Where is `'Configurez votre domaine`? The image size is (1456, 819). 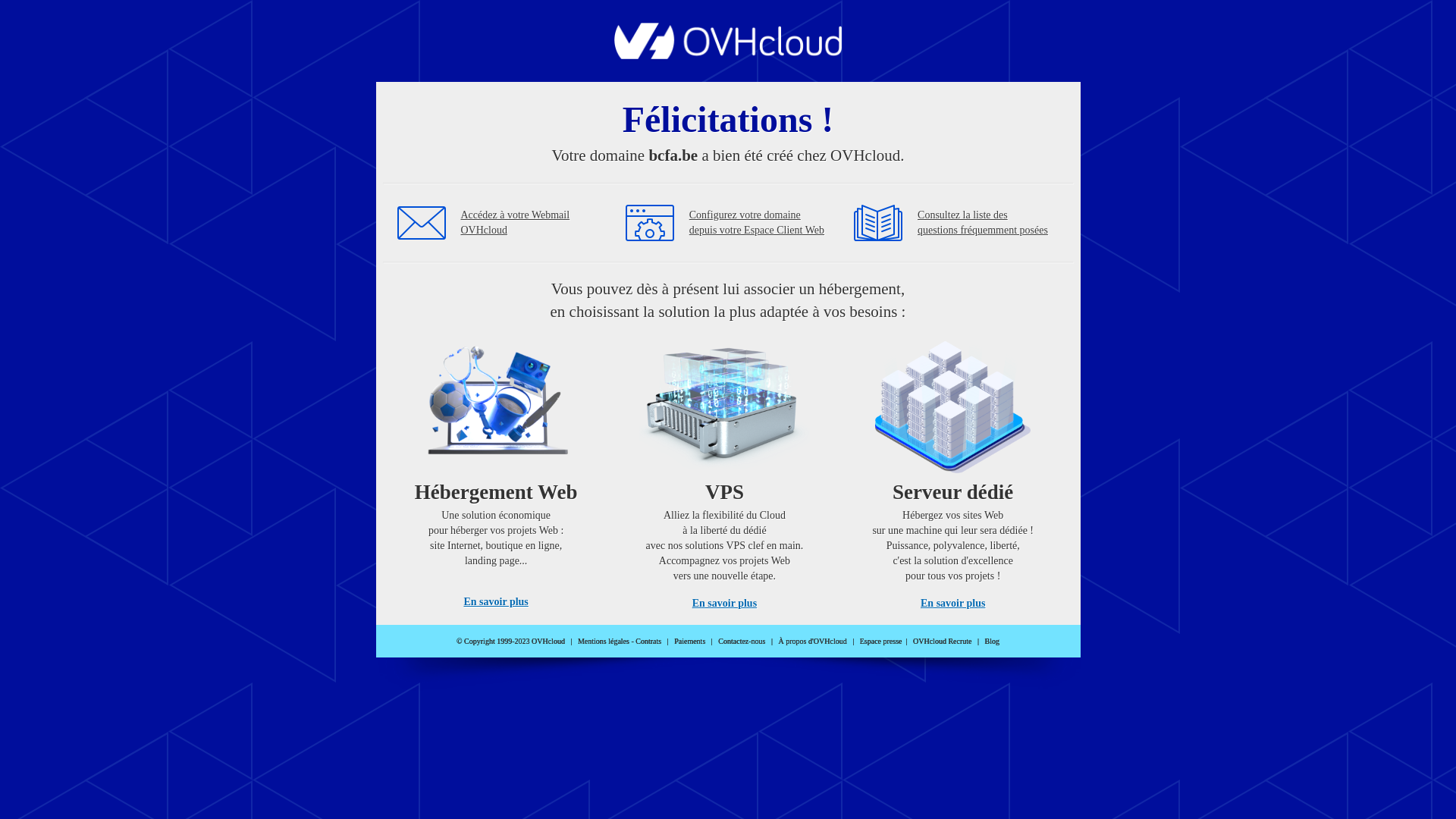 'Configurez votre domaine is located at coordinates (757, 222).